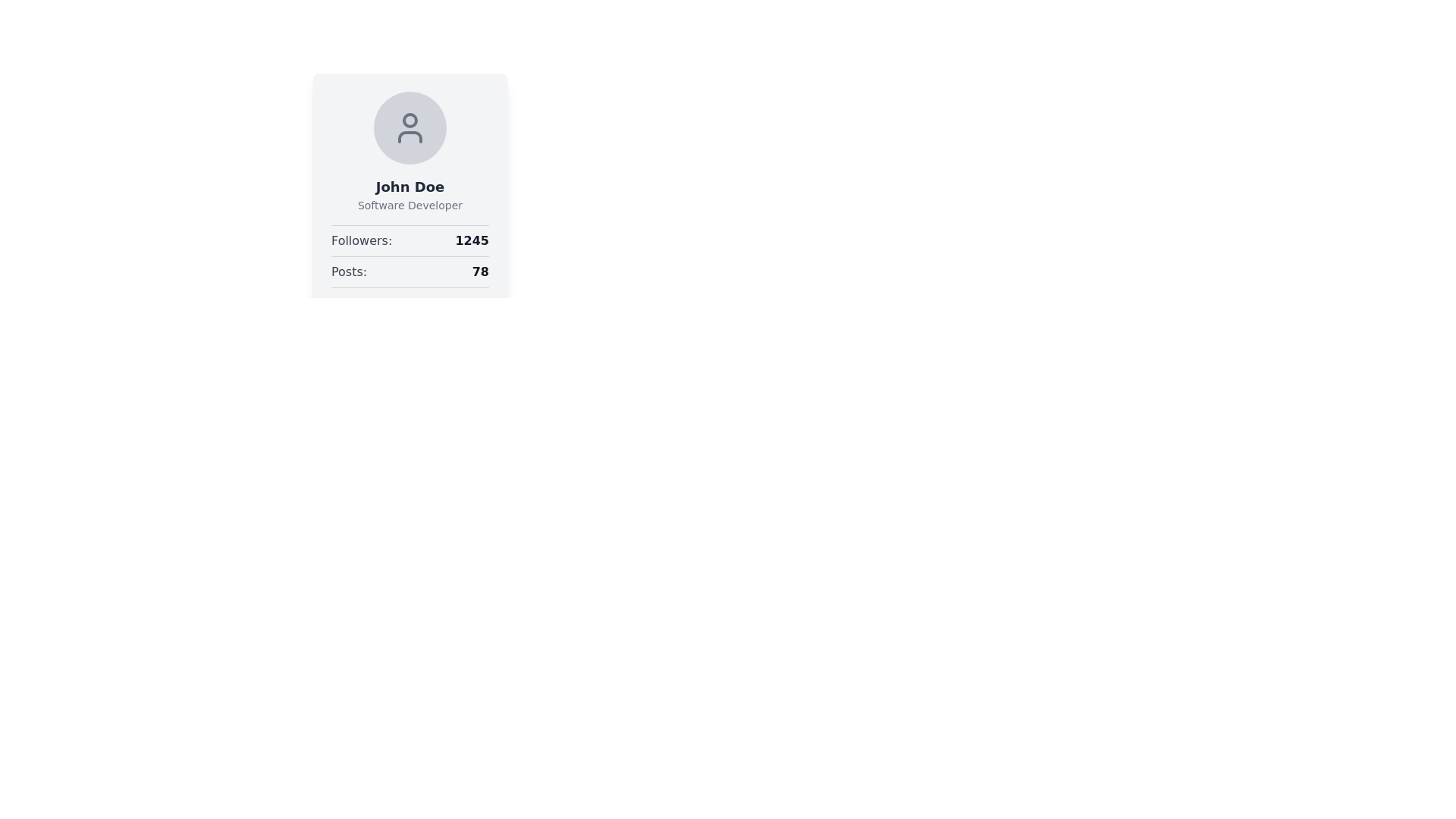  Describe the element at coordinates (410, 127) in the screenshot. I see `the user icon, which is a gray SVG representation of a user with a circular head and shoulder outline, located at the center of a rounded rectangle card above the text 'John Doe'` at that location.